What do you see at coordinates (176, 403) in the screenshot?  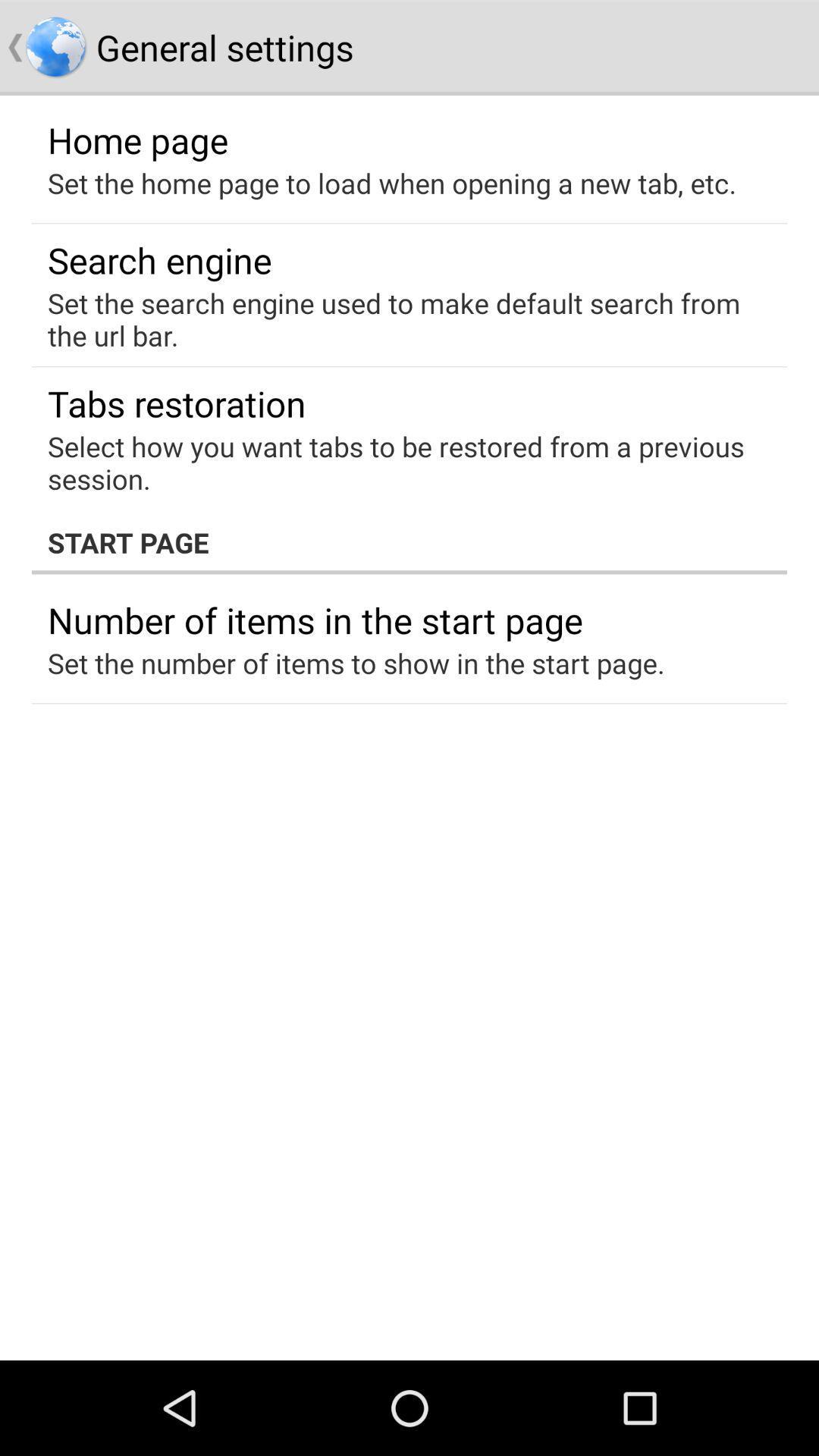 I see `icon above select how you app` at bounding box center [176, 403].